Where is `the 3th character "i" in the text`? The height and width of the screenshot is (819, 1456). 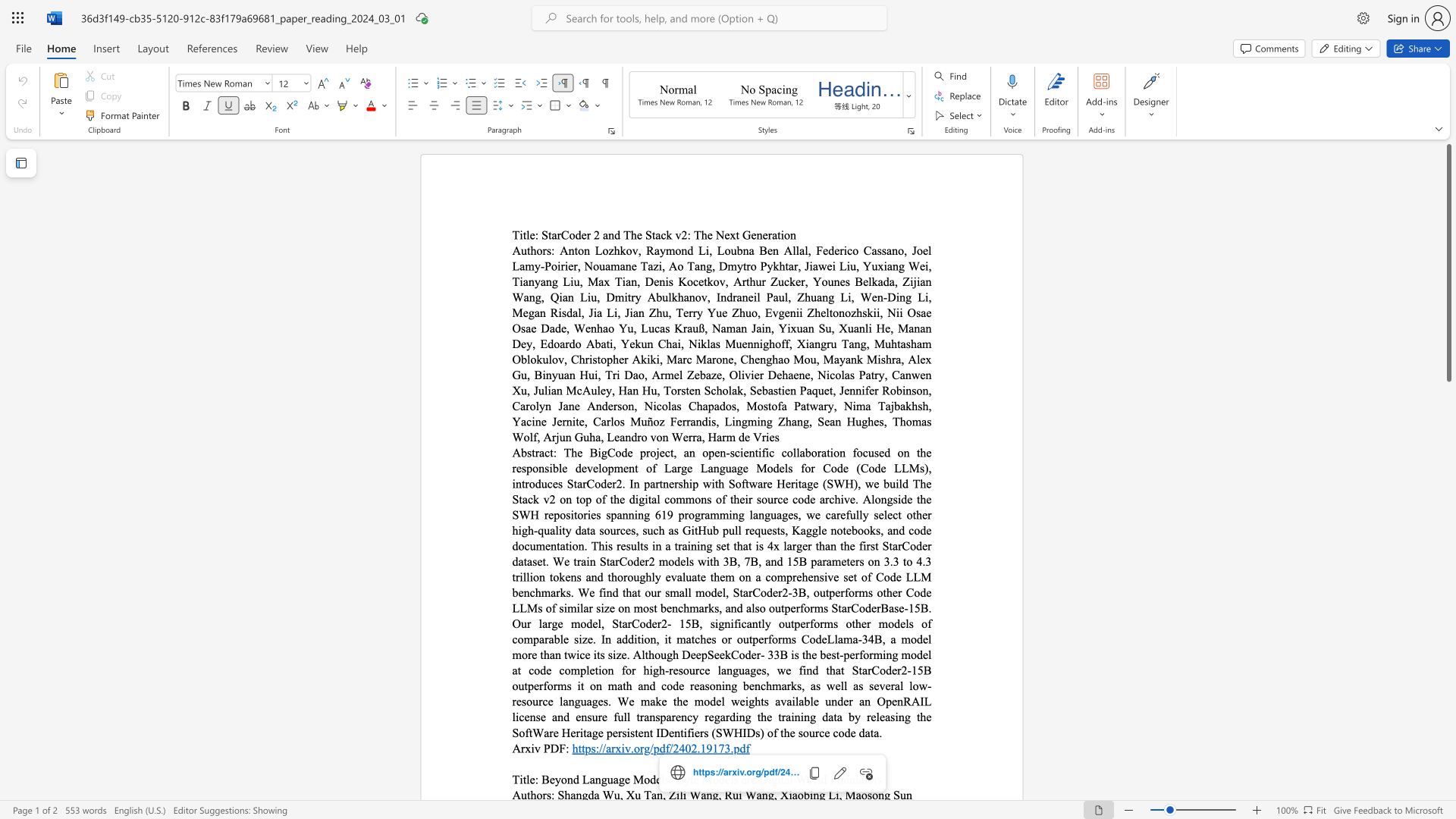
the 3th character "i" in the text is located at coordinates (837, 779).